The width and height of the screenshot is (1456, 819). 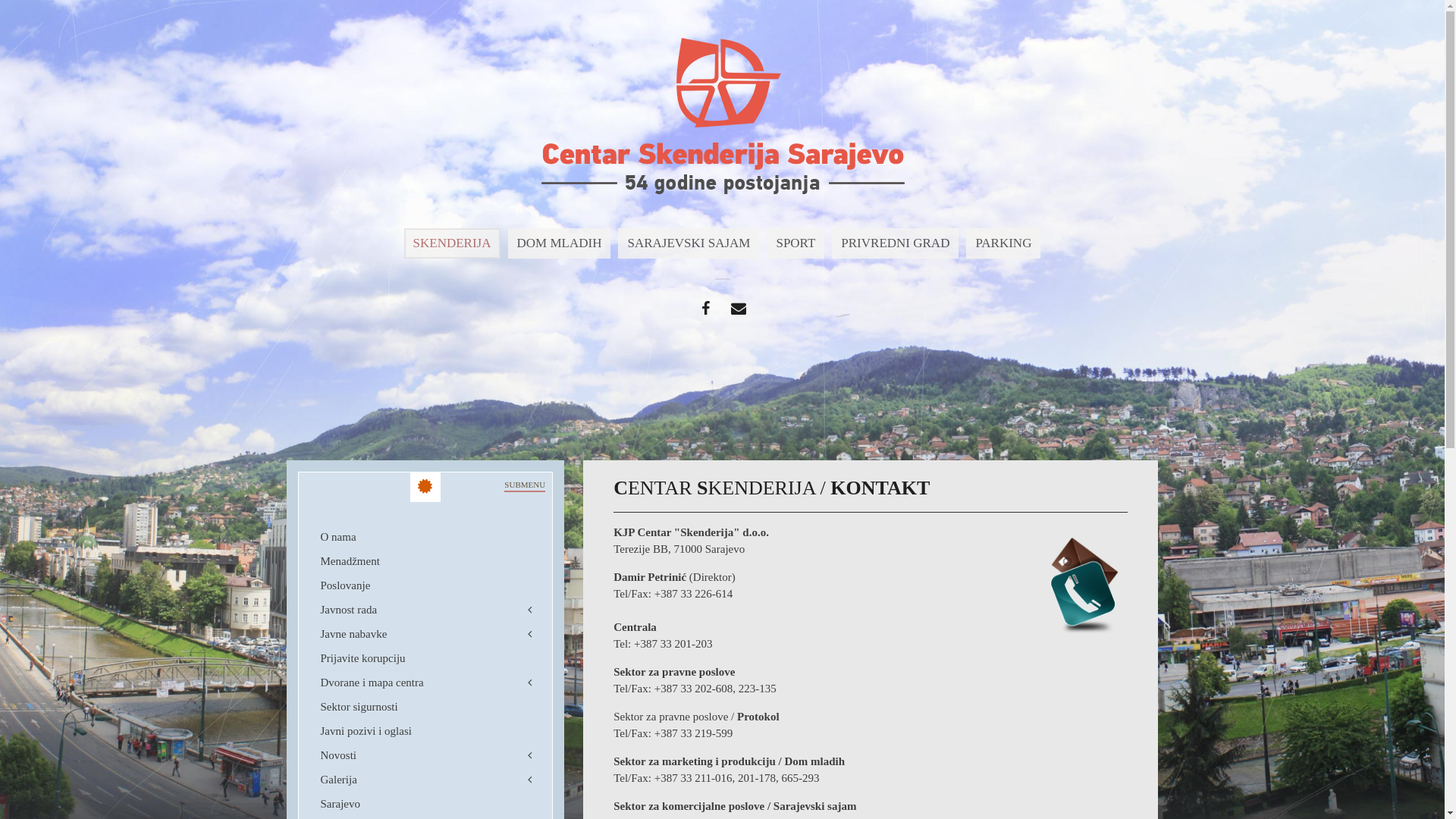 What do you see at coordinates (618, 242) in the screenshot?
I see `'SARAJEVSKI SAJAM'` at bounding box center [618, 242].